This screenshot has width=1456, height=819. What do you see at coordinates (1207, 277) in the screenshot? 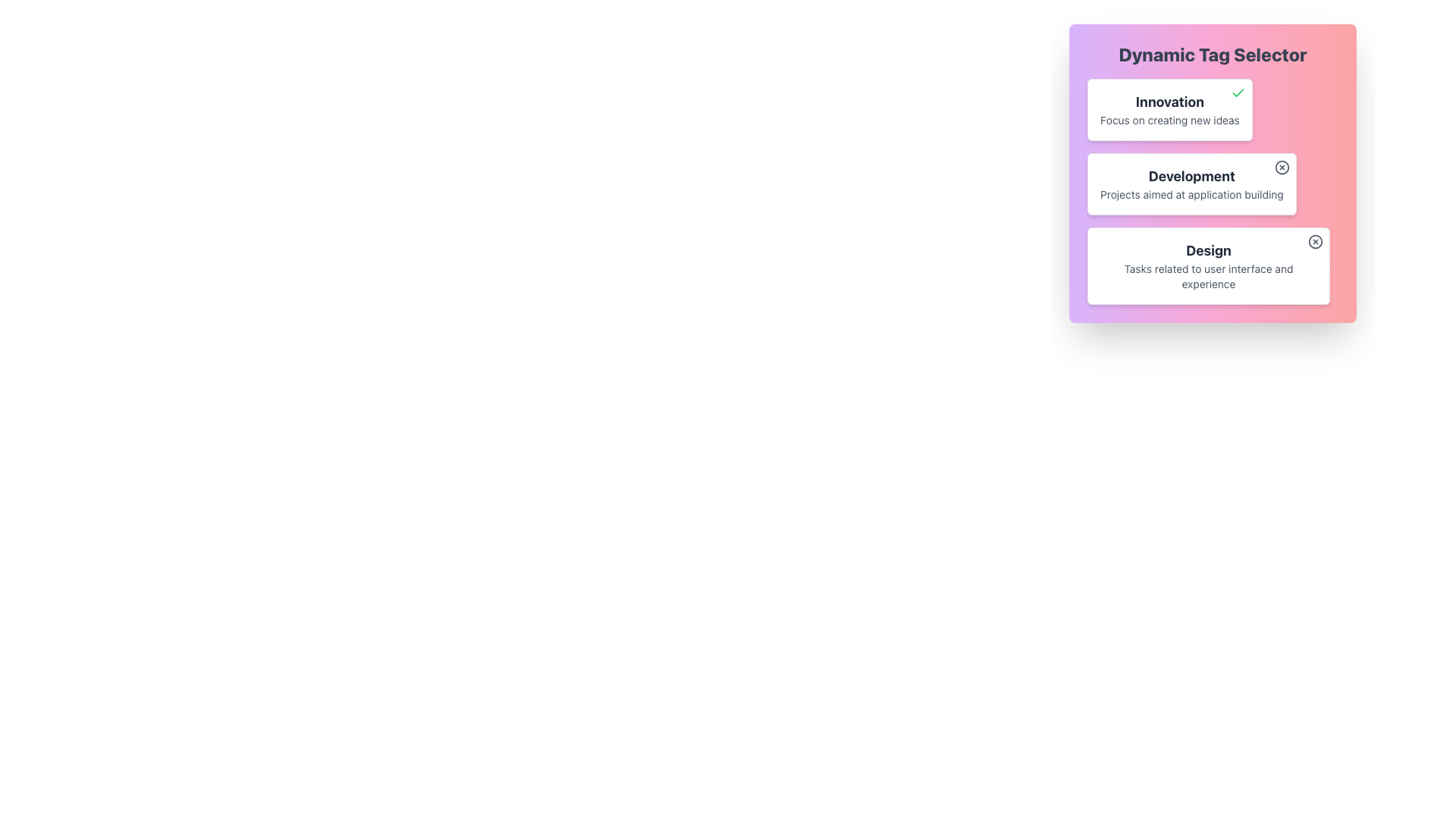
I see `the descriptive label located directly below the header 'Design', which provides additional information about the section. This label is non-interactive and is part of a vertical stack of containers` at bounding box center [1207, 277].